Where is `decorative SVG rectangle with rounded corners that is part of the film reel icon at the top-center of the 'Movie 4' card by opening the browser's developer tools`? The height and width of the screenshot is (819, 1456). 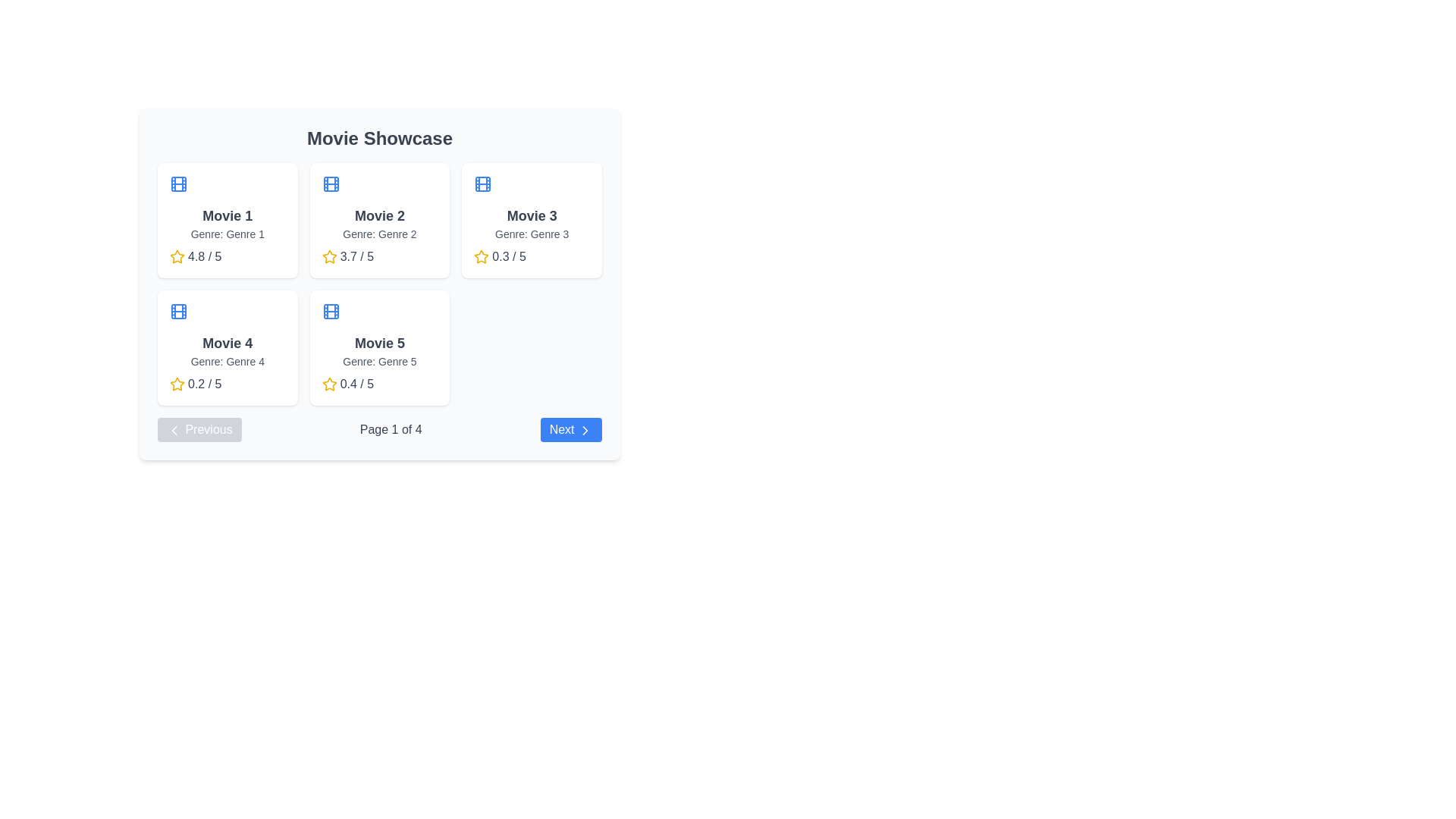 decorative SVG rectangle with rounded corners that is part of the film reel icon at the top-center of the 'Movie 4' card by opening the browser's developer tools is located at coordinates (178, 311).